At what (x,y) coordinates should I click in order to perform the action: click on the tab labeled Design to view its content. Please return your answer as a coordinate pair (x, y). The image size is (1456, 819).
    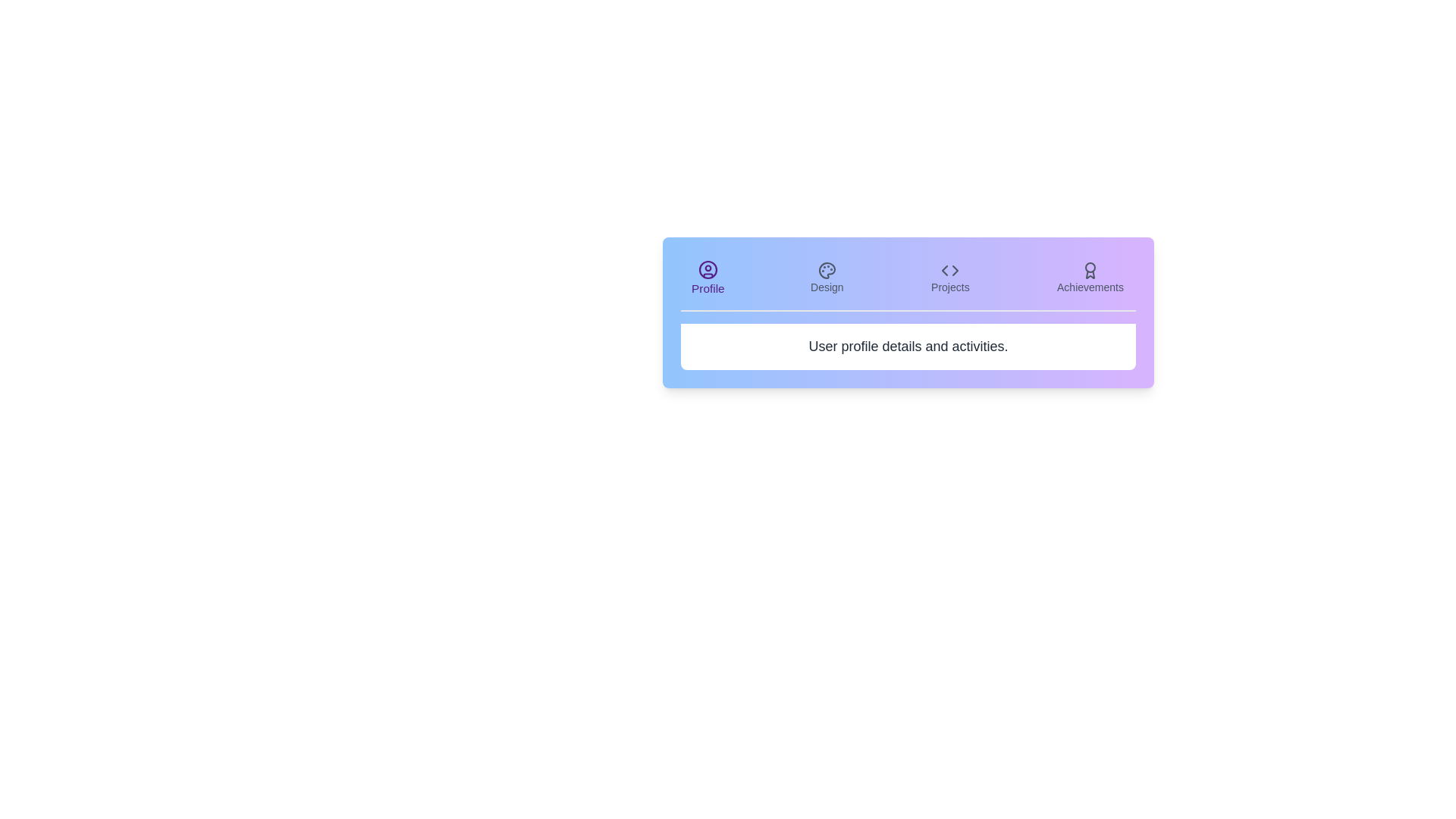
    Looking at the image, I should click on (826, 278).